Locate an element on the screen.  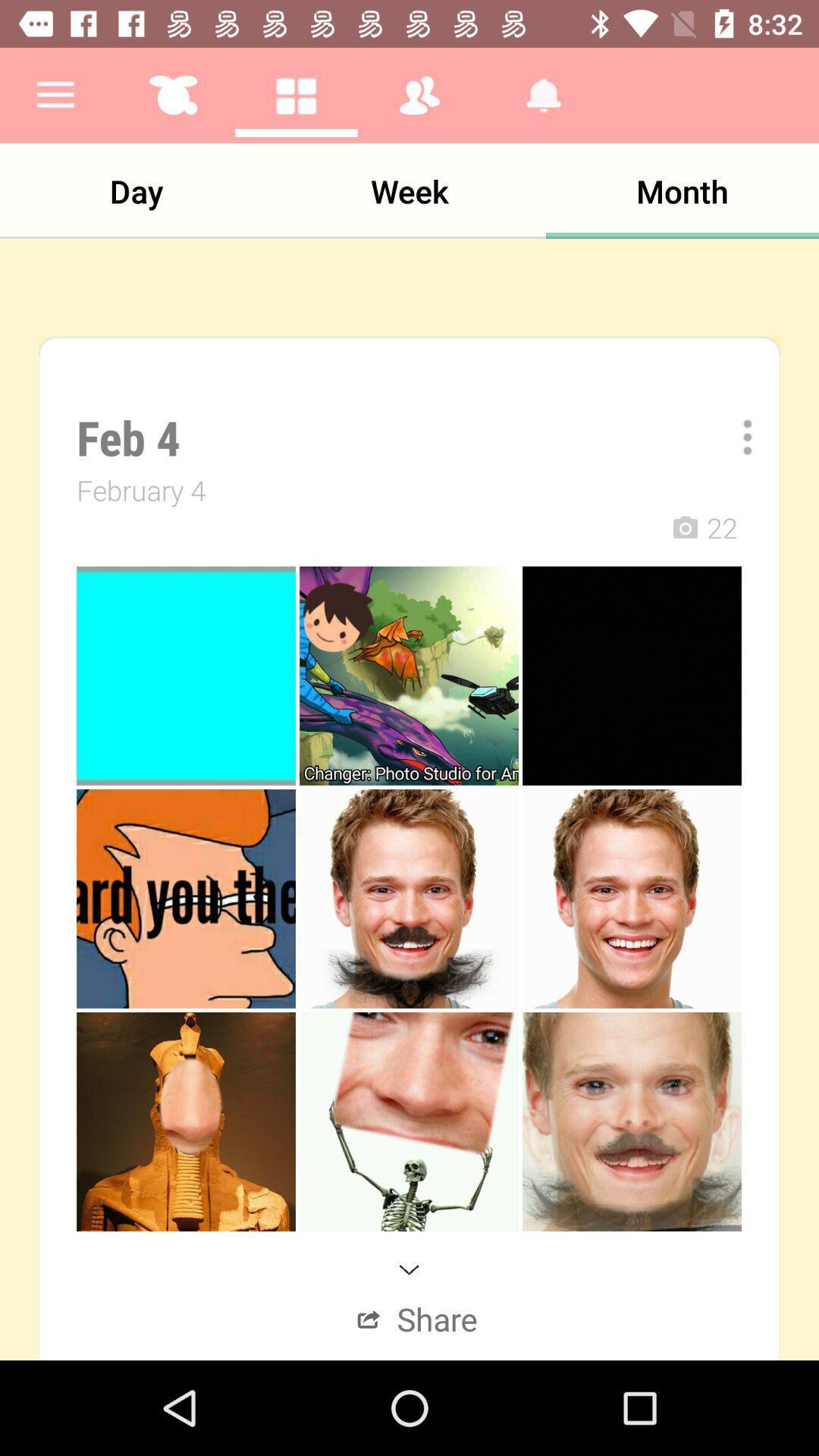
the item above the 22 is located at coordinates (736, 436).